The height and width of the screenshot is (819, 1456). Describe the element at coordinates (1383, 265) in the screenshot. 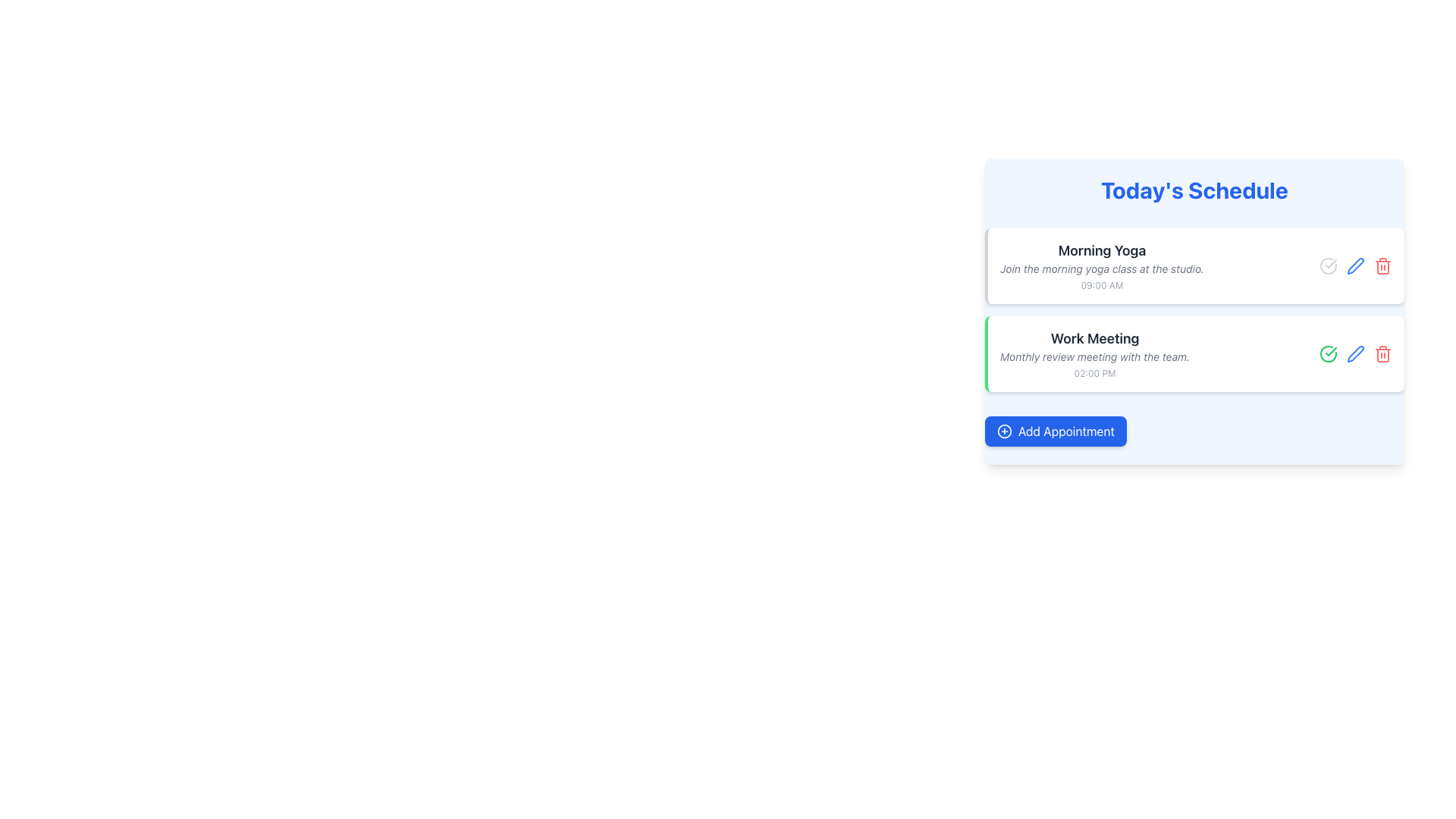

I see `the delete icon button located at the far right of the 'Morning Yoga' appointment row in the 'Today's Schedule' section` at that location.